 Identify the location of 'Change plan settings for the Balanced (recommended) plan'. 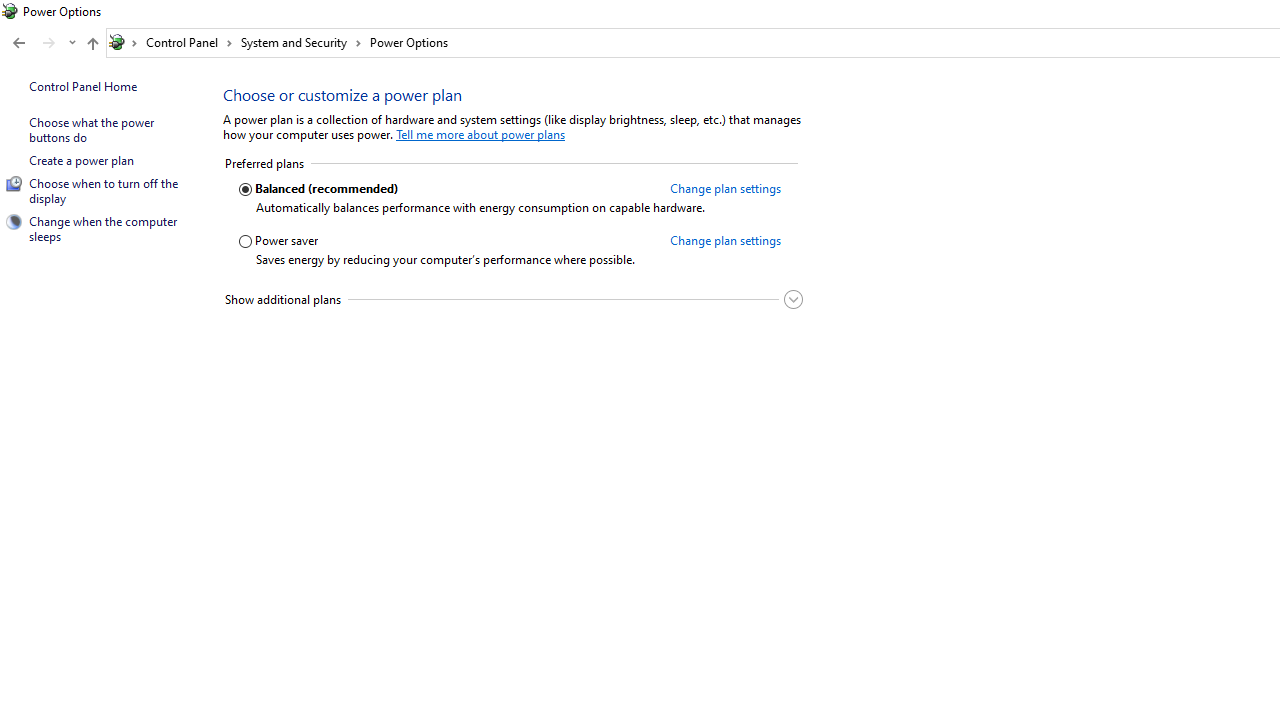
(724, 188).